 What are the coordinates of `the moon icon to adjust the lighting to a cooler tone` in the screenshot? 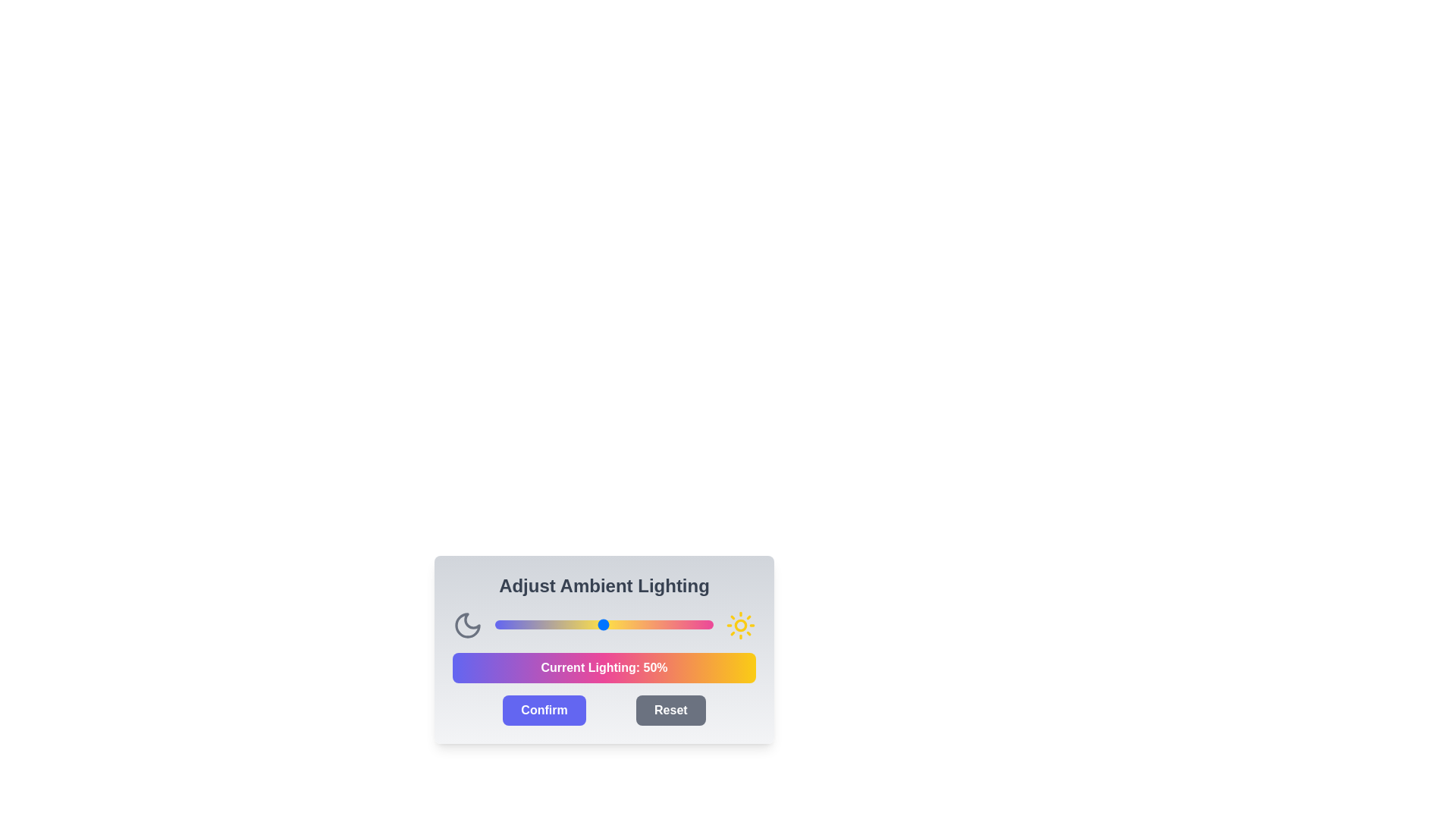 It's located at (467, 626).